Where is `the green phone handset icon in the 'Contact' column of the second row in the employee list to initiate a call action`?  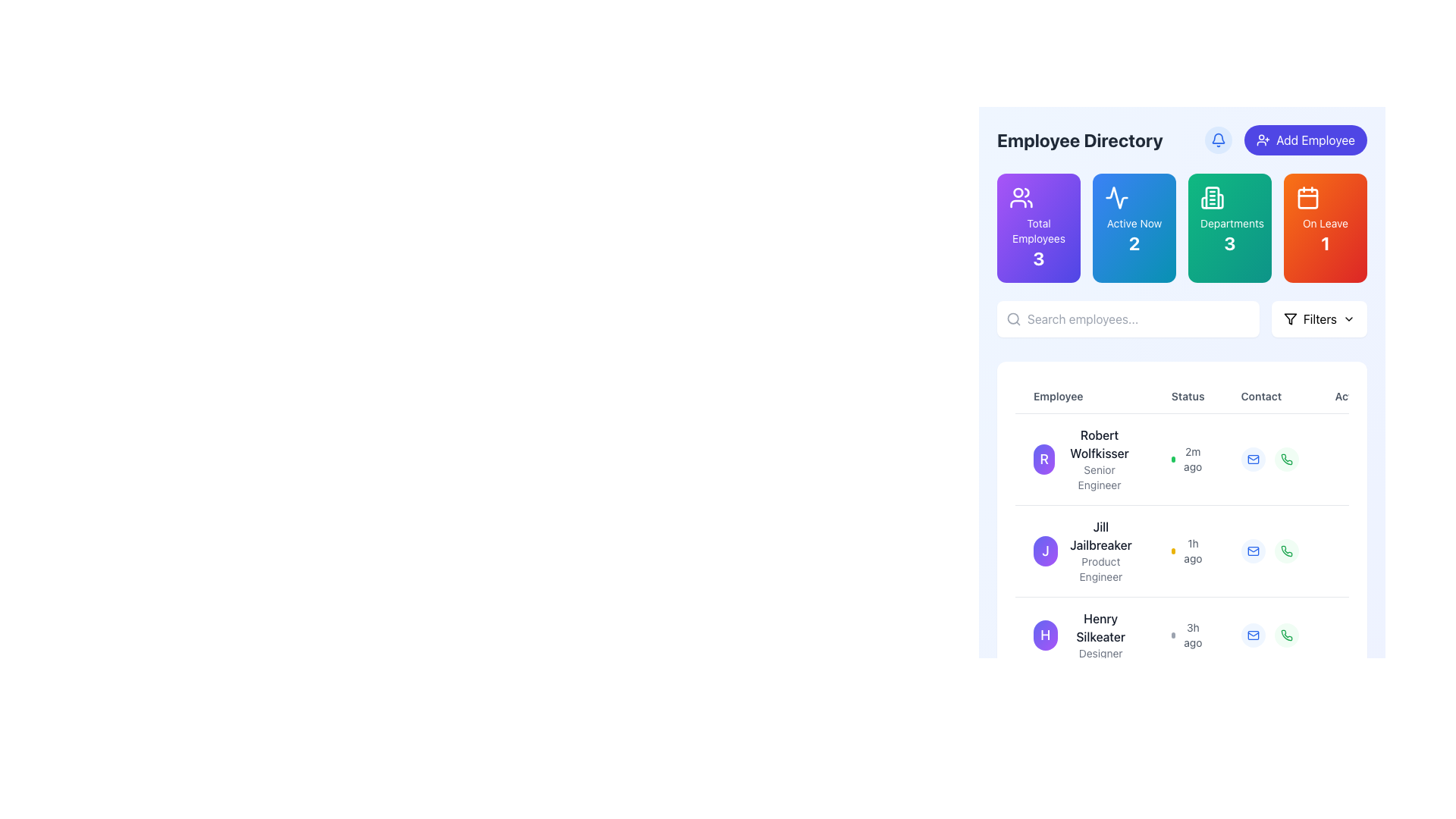
the green phone handset icon in the 'Contact' column of the second row in the employee list to initiate a call action is located at coordinates (1285, 551).